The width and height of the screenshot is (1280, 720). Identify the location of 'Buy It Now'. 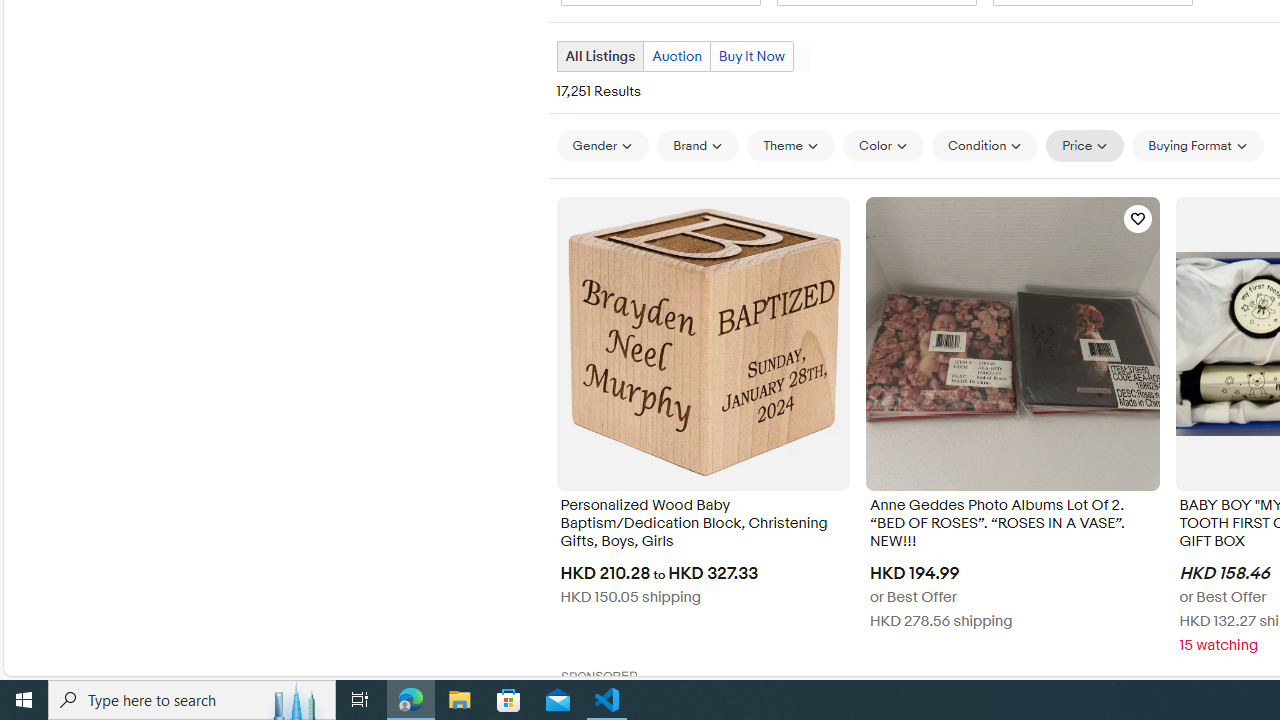
(751, 55).